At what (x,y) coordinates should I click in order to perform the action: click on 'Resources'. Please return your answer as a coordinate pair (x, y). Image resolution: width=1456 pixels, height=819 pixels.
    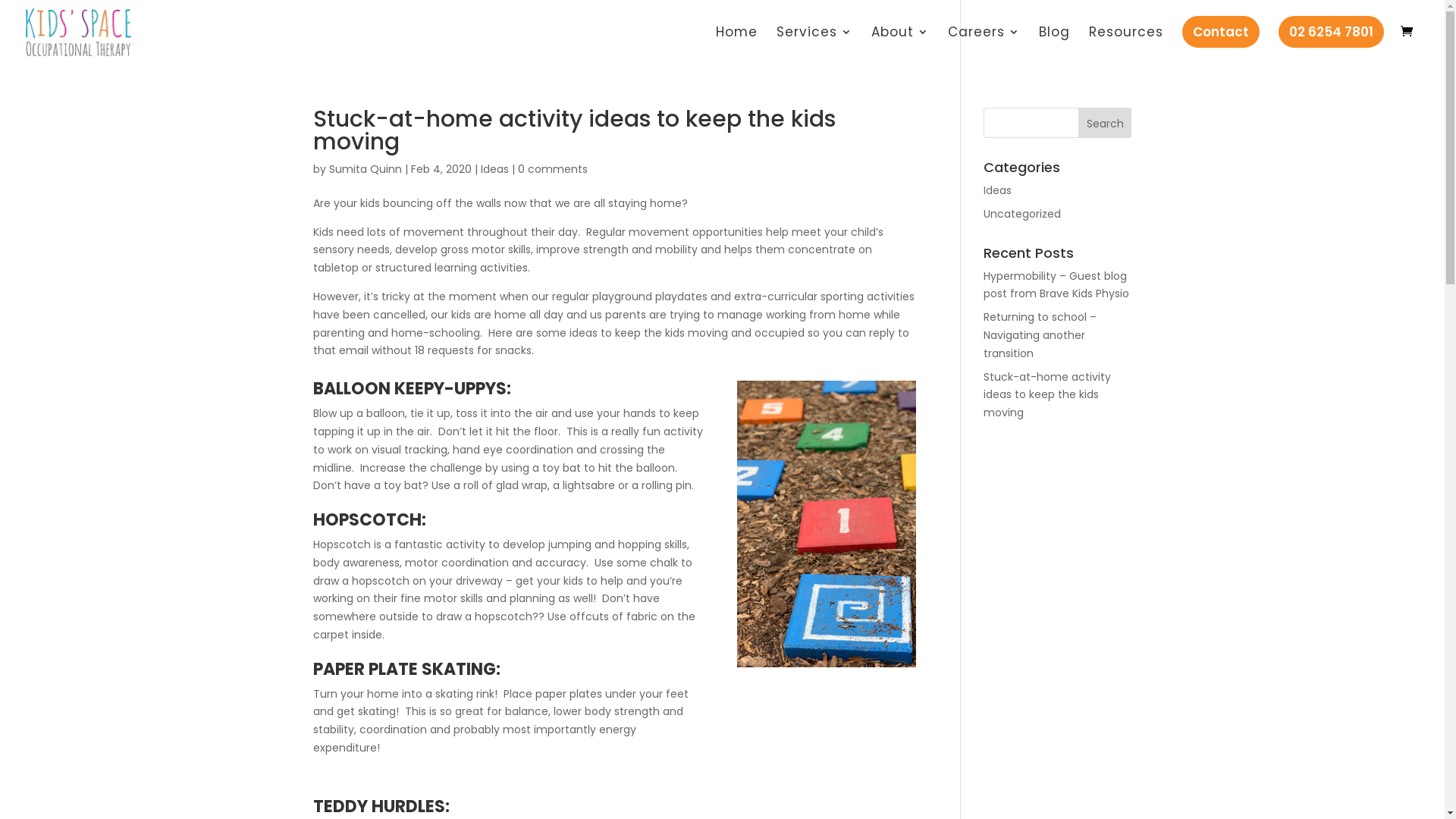
    Looking at the image, I should click on (1125, 43).